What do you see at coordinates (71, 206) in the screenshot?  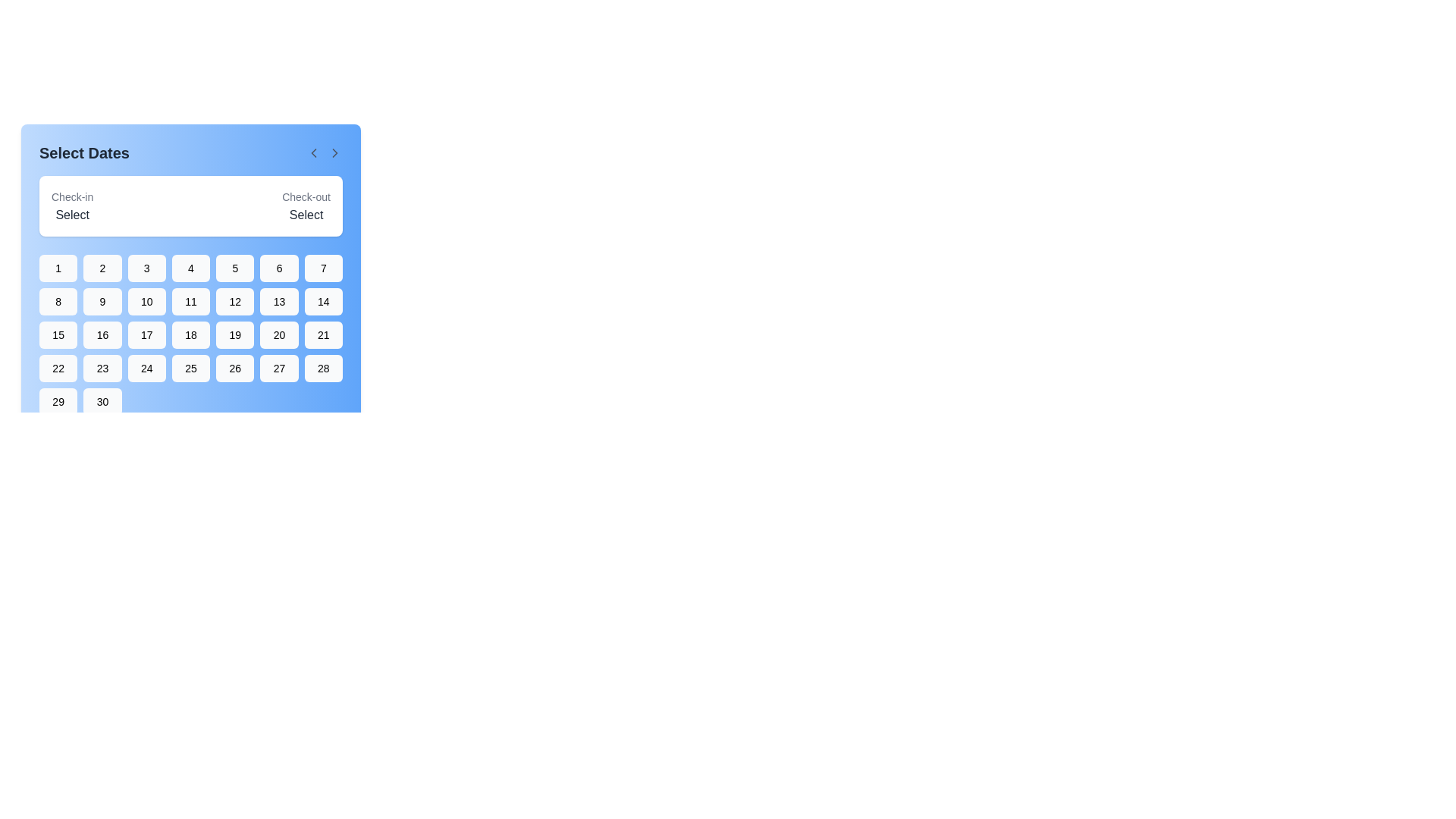 I see `the 'Check-in' Text label with interactive context, which displays 'Check-in' in a smaller gray font and 'Select' in a larger darker font, located above the calendar grid in the date selection interface` at bounding box center [71, 206].